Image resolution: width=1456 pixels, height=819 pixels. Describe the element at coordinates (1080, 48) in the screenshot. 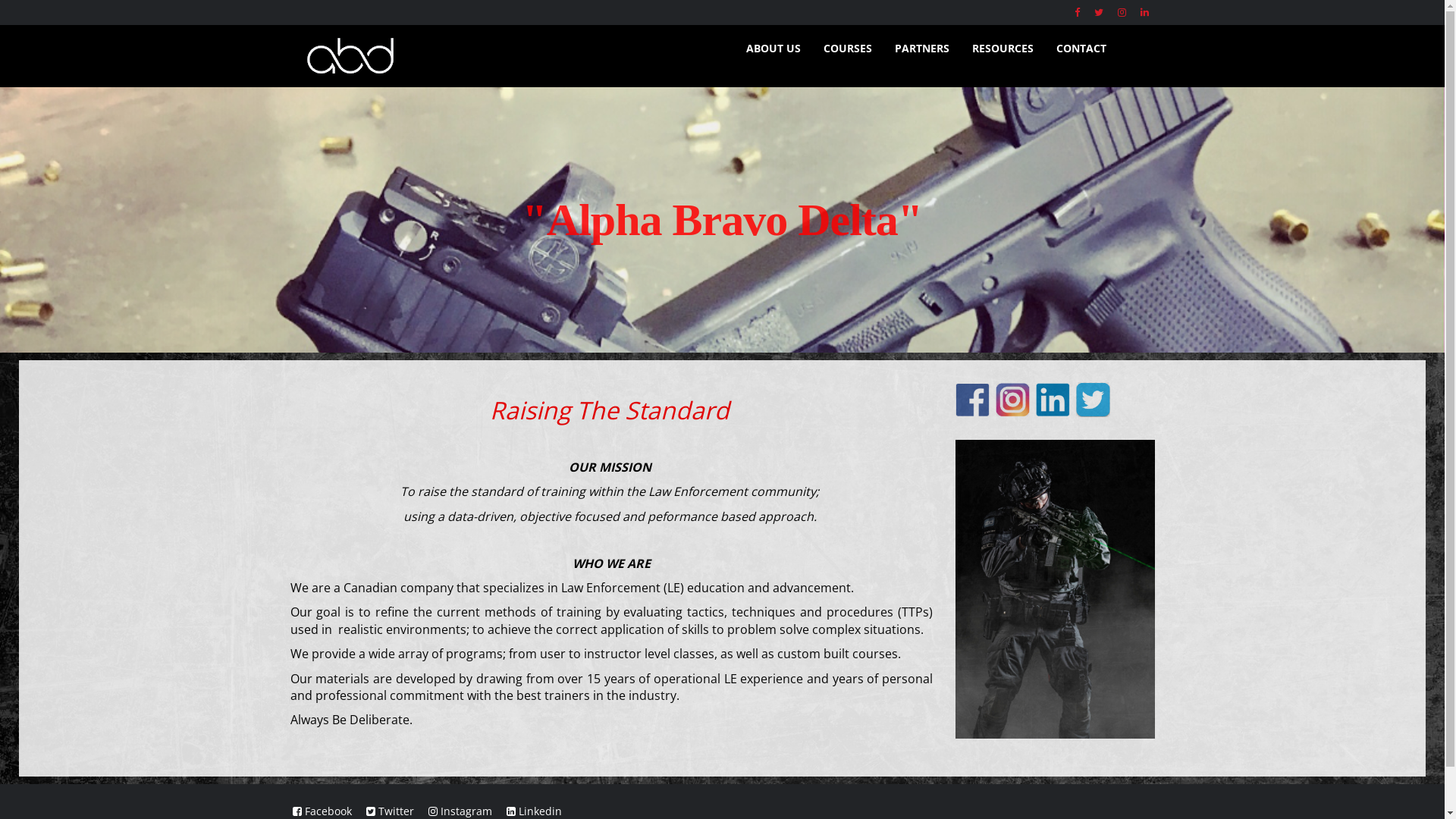

I see `'CONTACT'` at that location.